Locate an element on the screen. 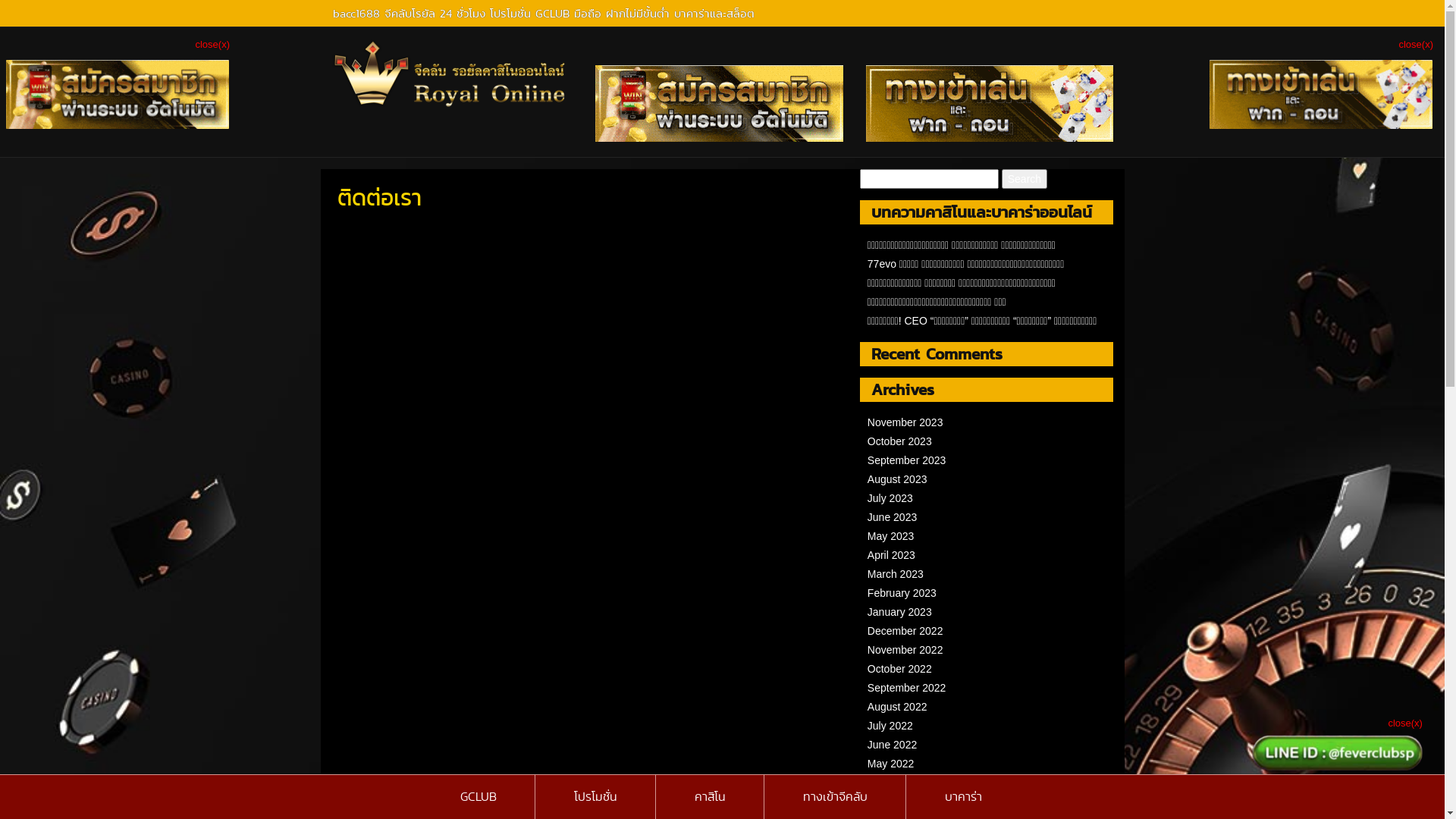 This screenshot has width=1456, height=819. 'February 2023' is located at coordinates (902, 592).